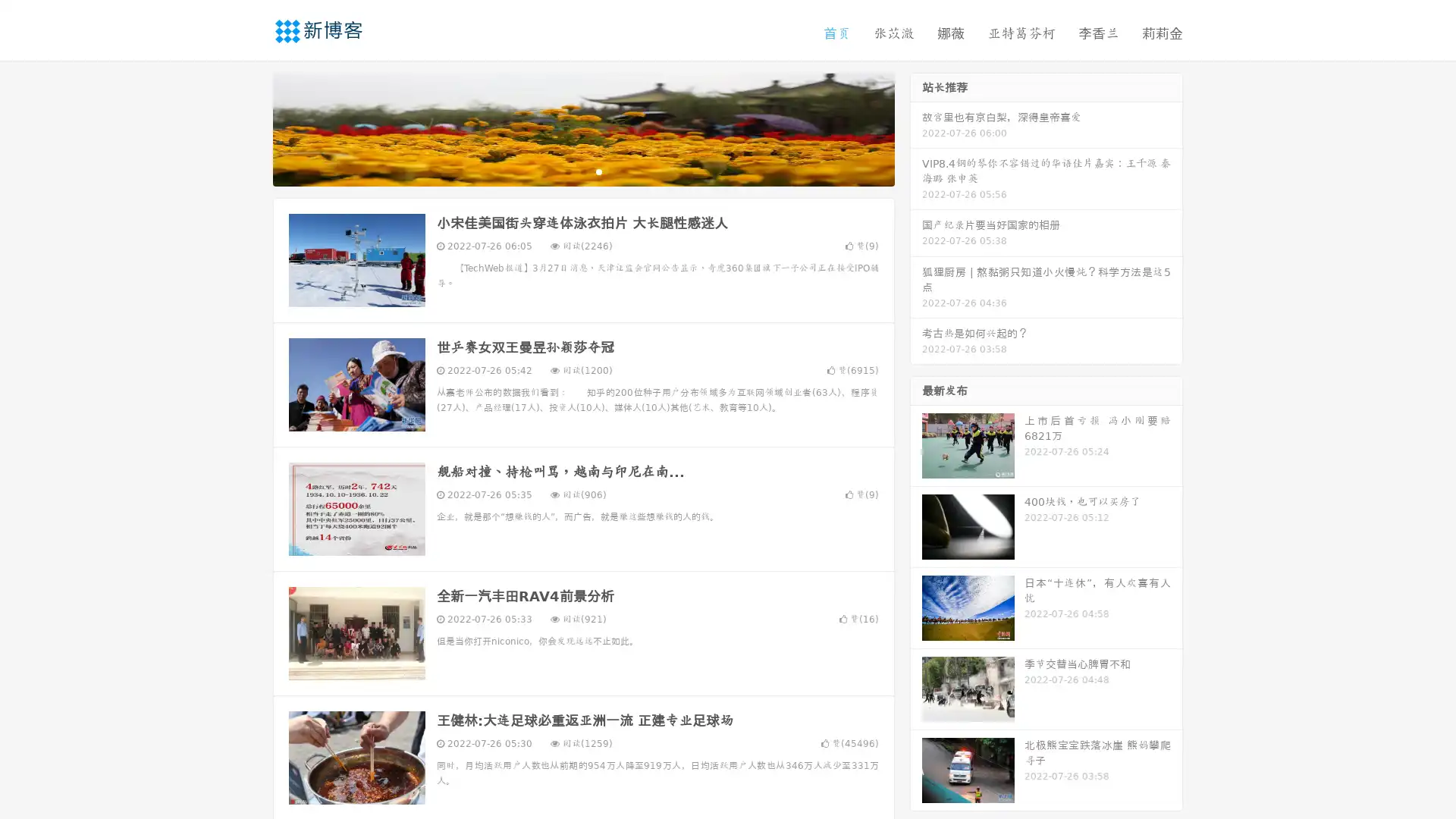 The image size is (1456, 819). I want to click on Go to slide 3, so click(598, 171).